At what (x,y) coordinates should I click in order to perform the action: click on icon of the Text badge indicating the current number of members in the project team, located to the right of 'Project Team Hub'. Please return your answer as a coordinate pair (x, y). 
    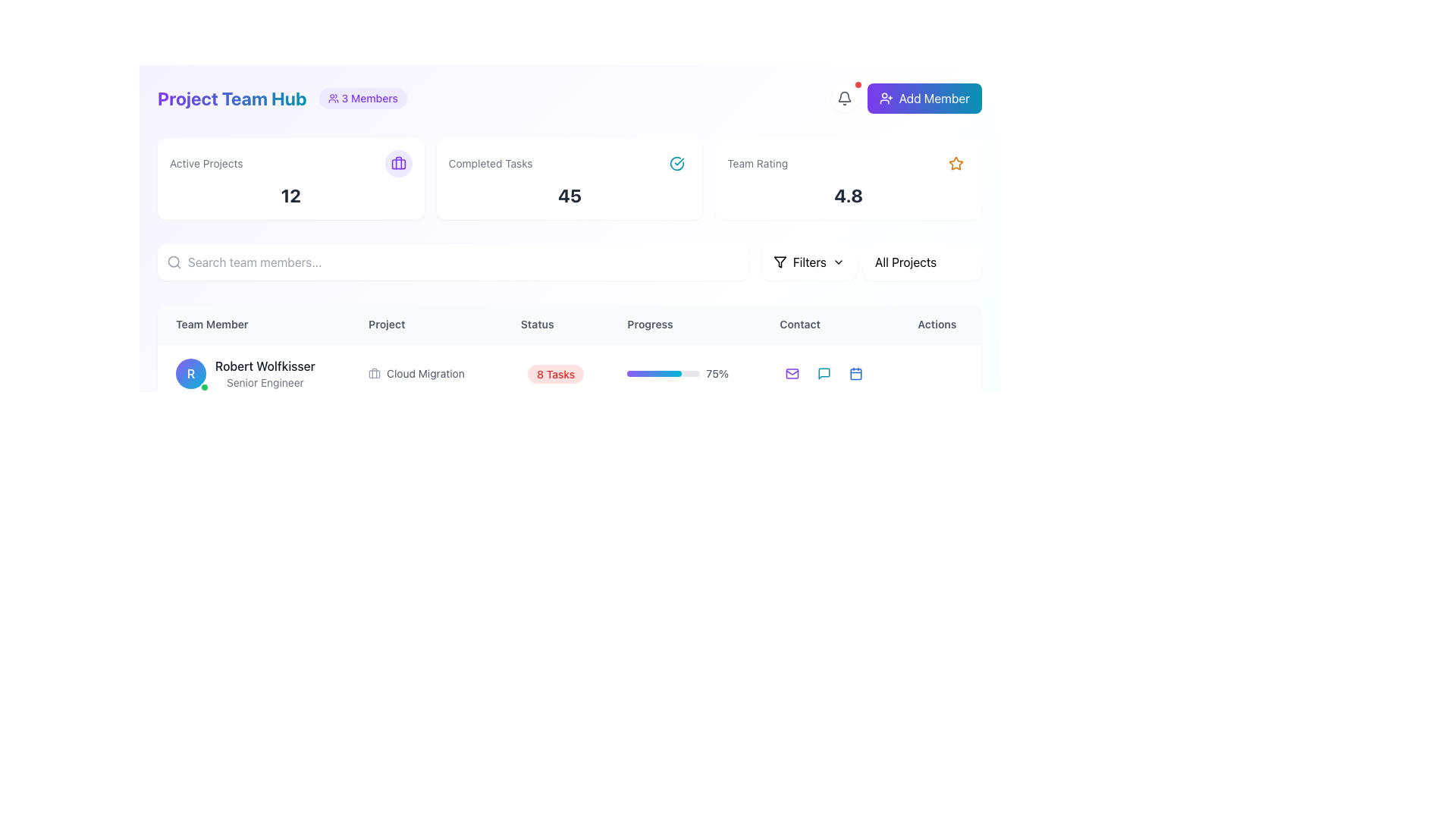
    Looking at the image, I should click on (362, 99).